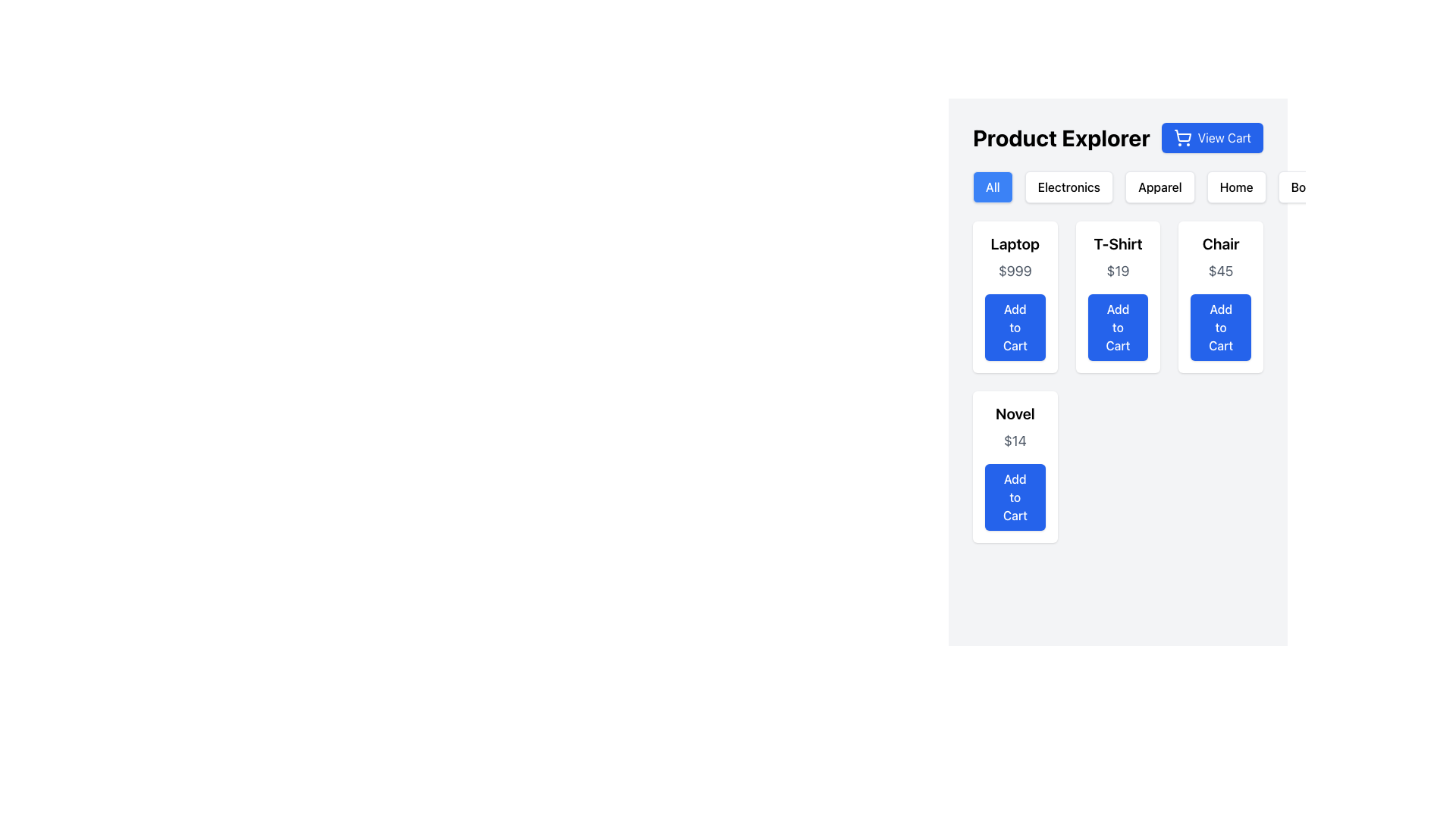 The image size is (1456, 819). What do you see at coordinates (1118, 297) in the screenshot?
I see `the 'Add to Cart' button on the product card located in the center column of the grid, specifically the second card in the first row` at bounding box center [1118, 297].